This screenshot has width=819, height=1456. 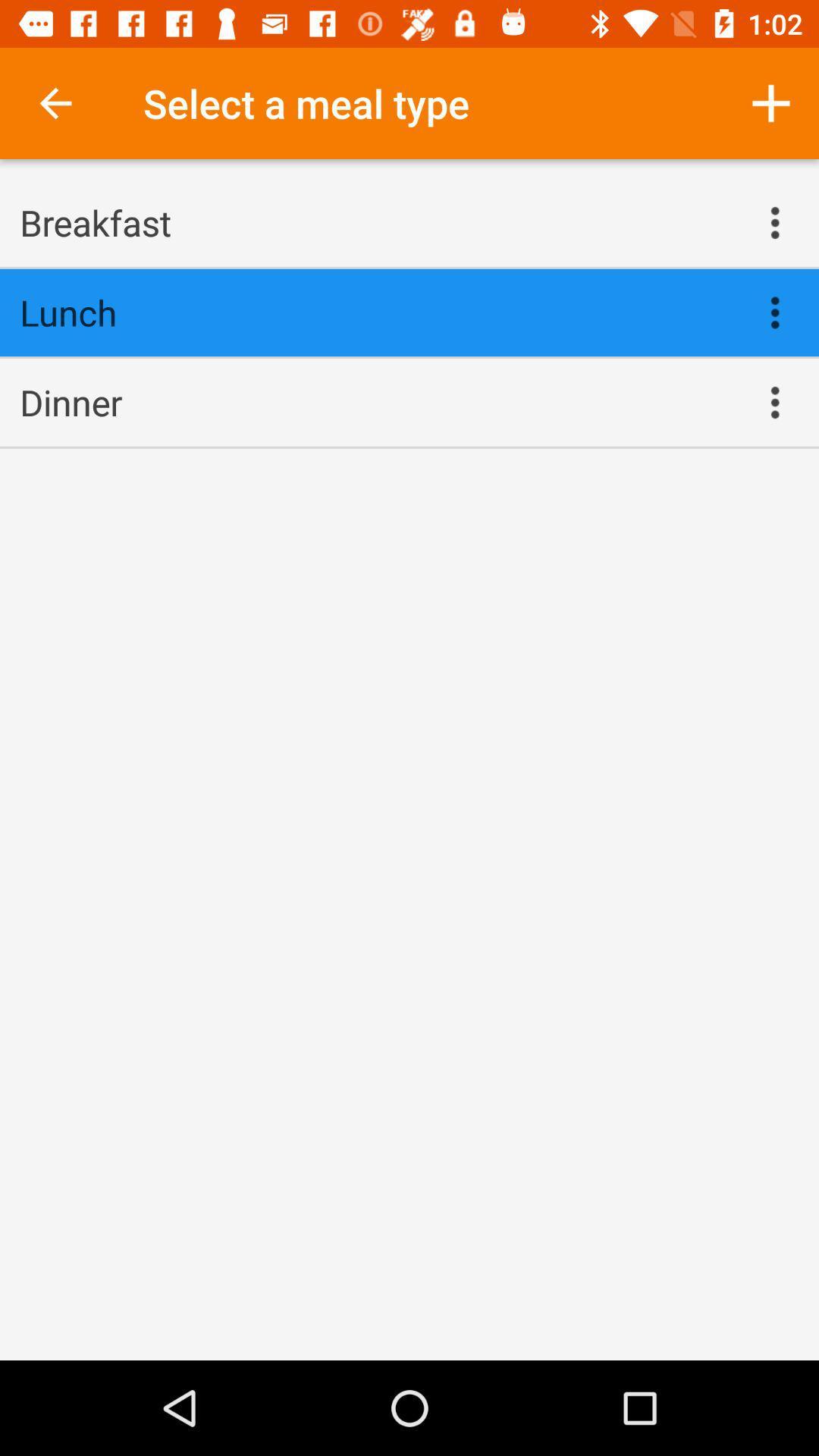 I want to click on item at the top left corner, so click(x=55, y=102).